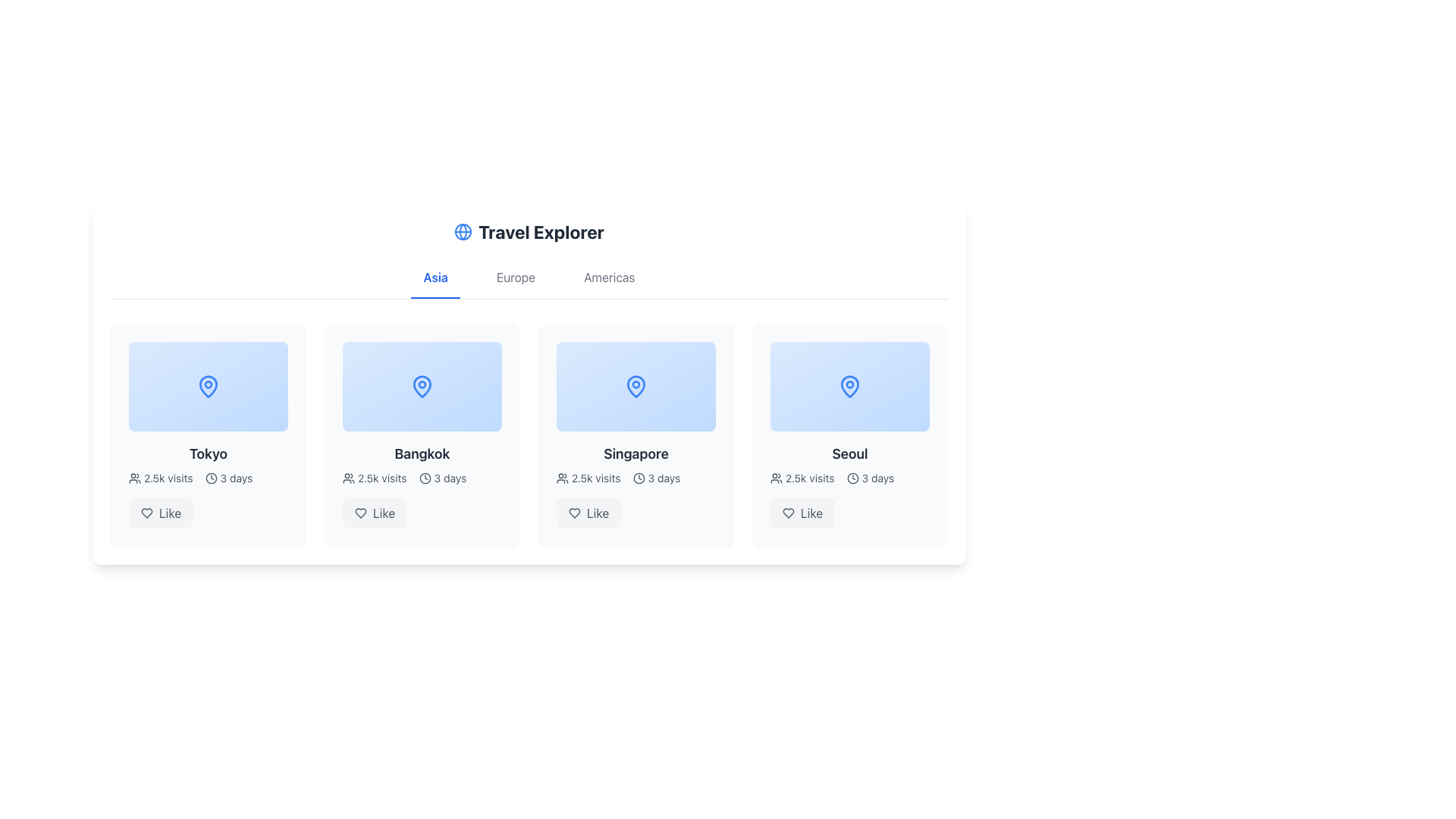 Image resolution: width=1456 pixels, height=819 pixels. I want to click on decorative line indicator located at the bottom edge of the 'Asia' navigation tab for its styling properties, so click(435, 298).